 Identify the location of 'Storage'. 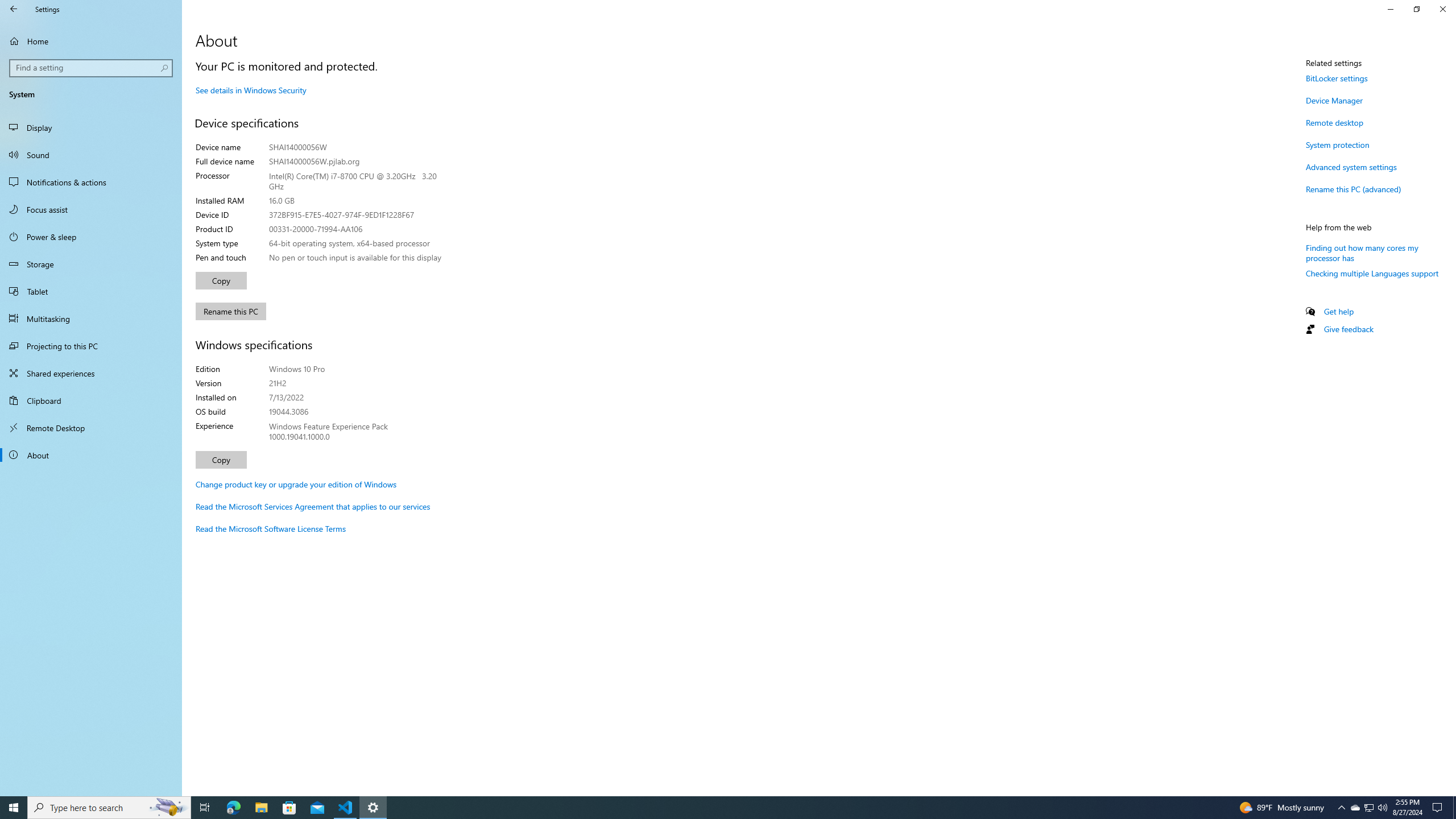
(90, 263).